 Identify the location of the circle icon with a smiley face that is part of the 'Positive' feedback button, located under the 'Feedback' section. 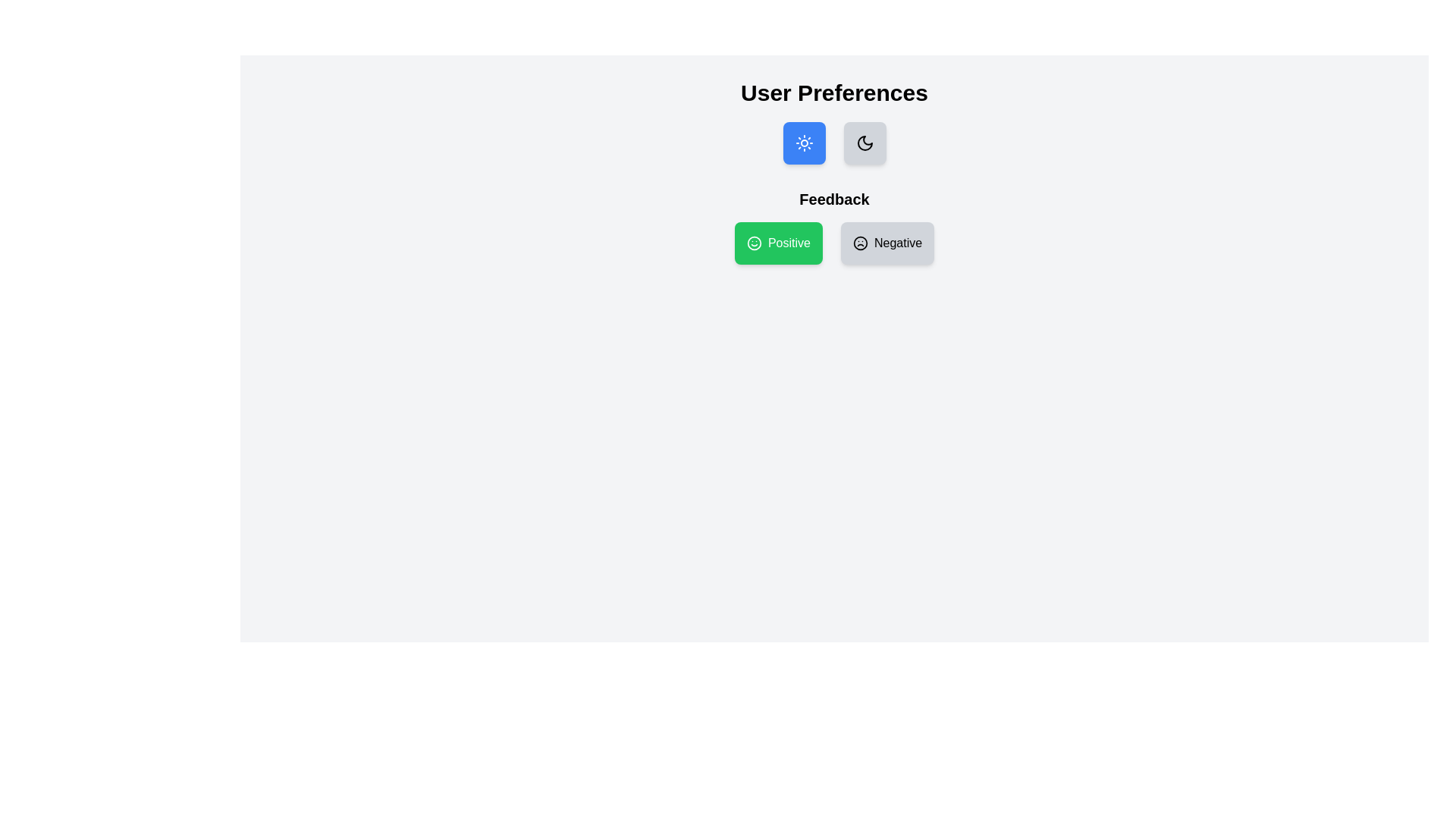
(754, 242).